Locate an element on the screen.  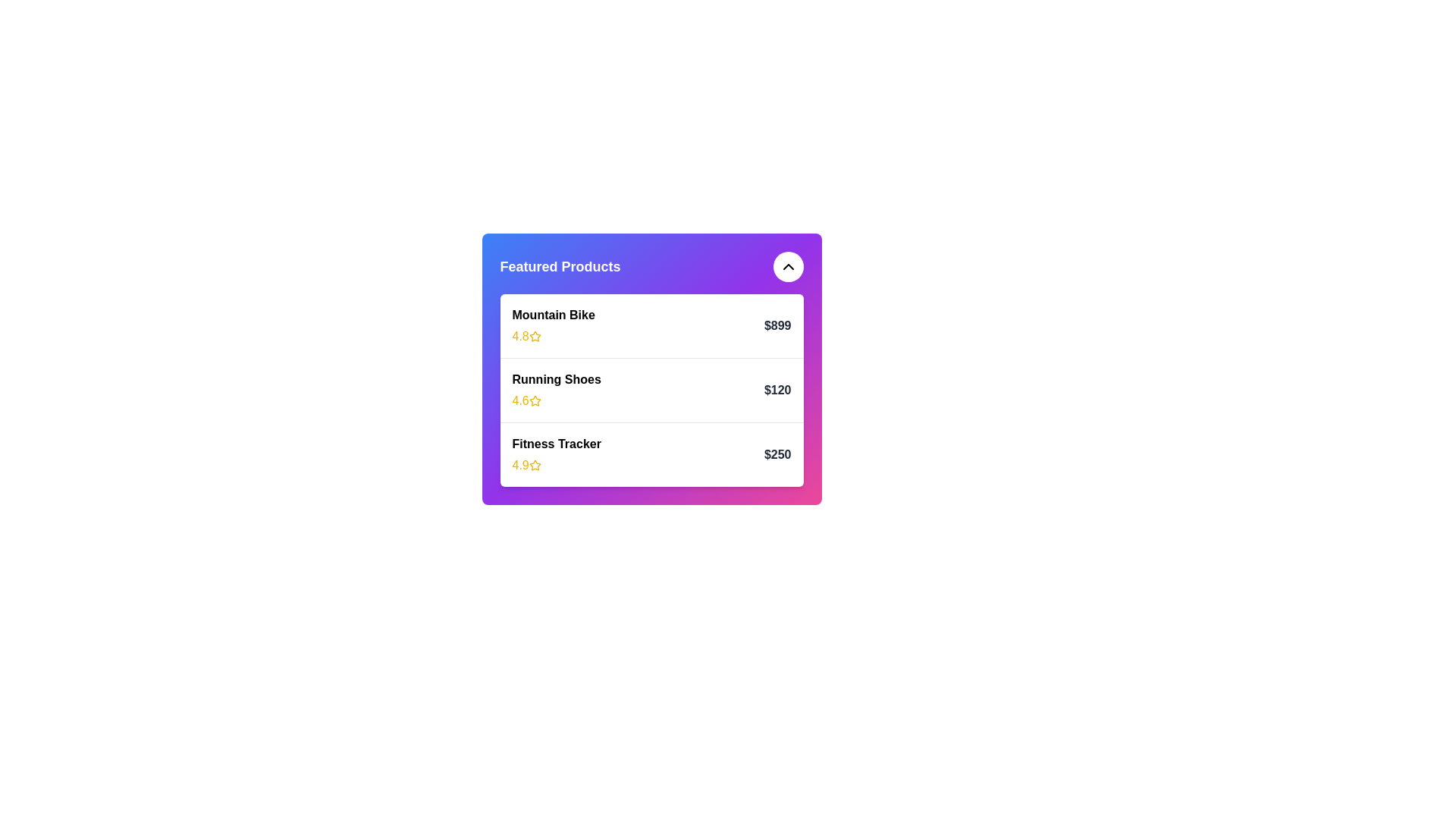
the second product entry in the 'Featured Products' list, which displays the product name, rating, and price, located between 'Mountain Bike' and 'Fitness Tracker' is located at coordinates (651, 369).